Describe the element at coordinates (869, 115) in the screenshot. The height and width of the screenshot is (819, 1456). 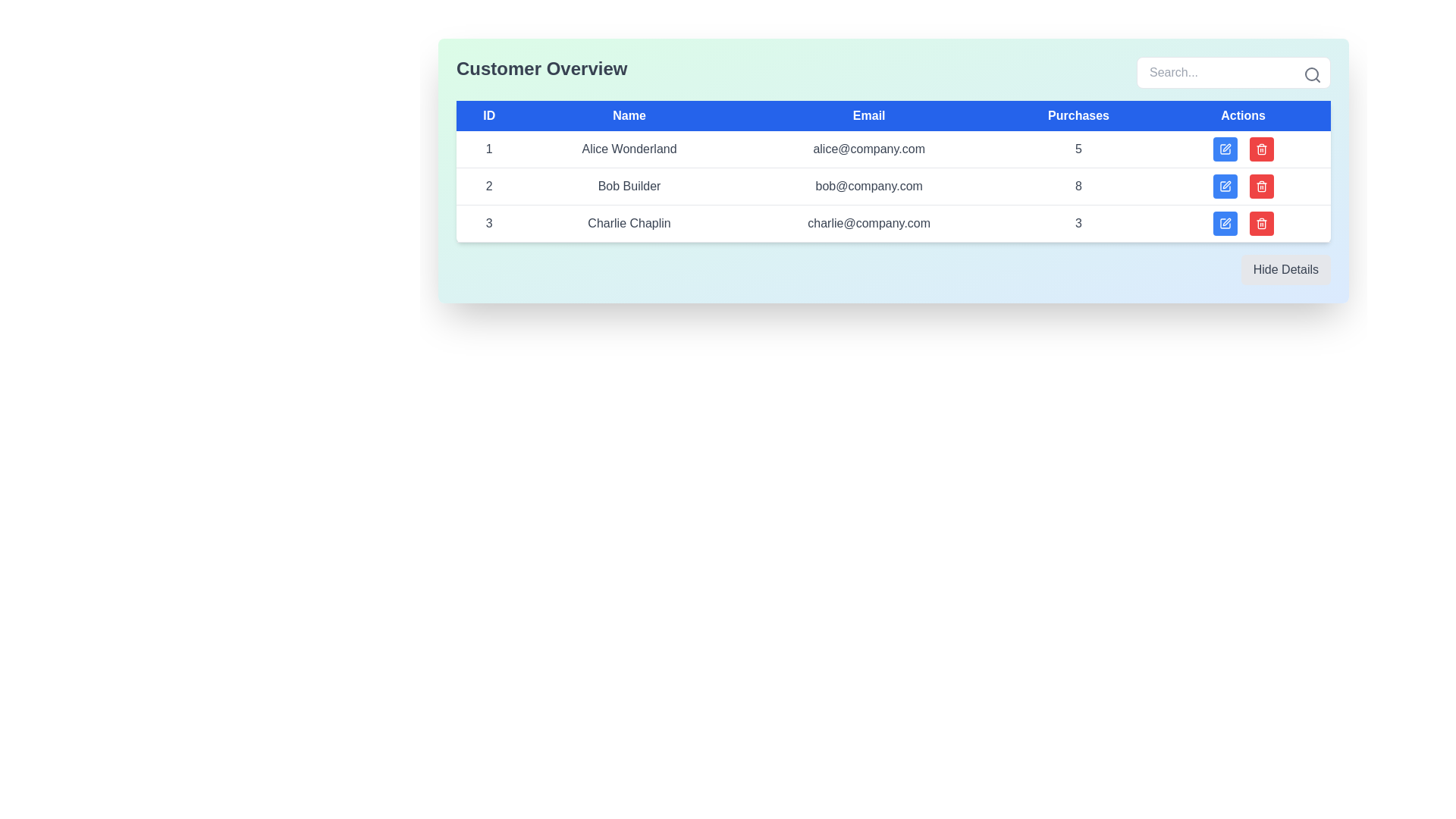
I see `the 'Email' header text label, which is the third header in a table-like structure, displayed in white text on a blue background` at that location.